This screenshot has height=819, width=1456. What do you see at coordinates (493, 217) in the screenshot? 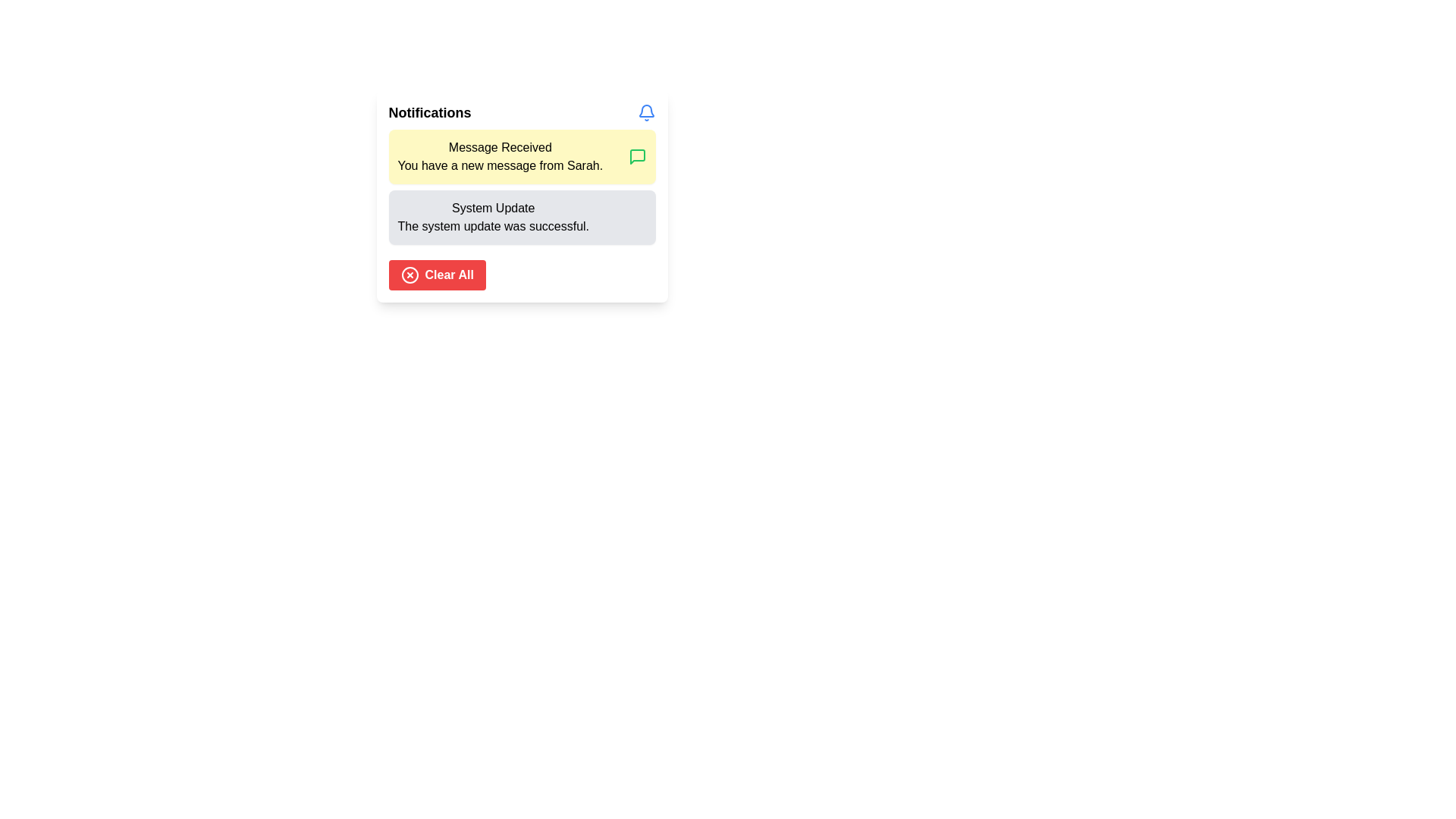
I see `the 'System Update' text display located in the Notifications section, which shows 'System Update' in bold and 'The system update was successful.' in normal font, both centered in a light gray background` at bounding box center [493, 217].